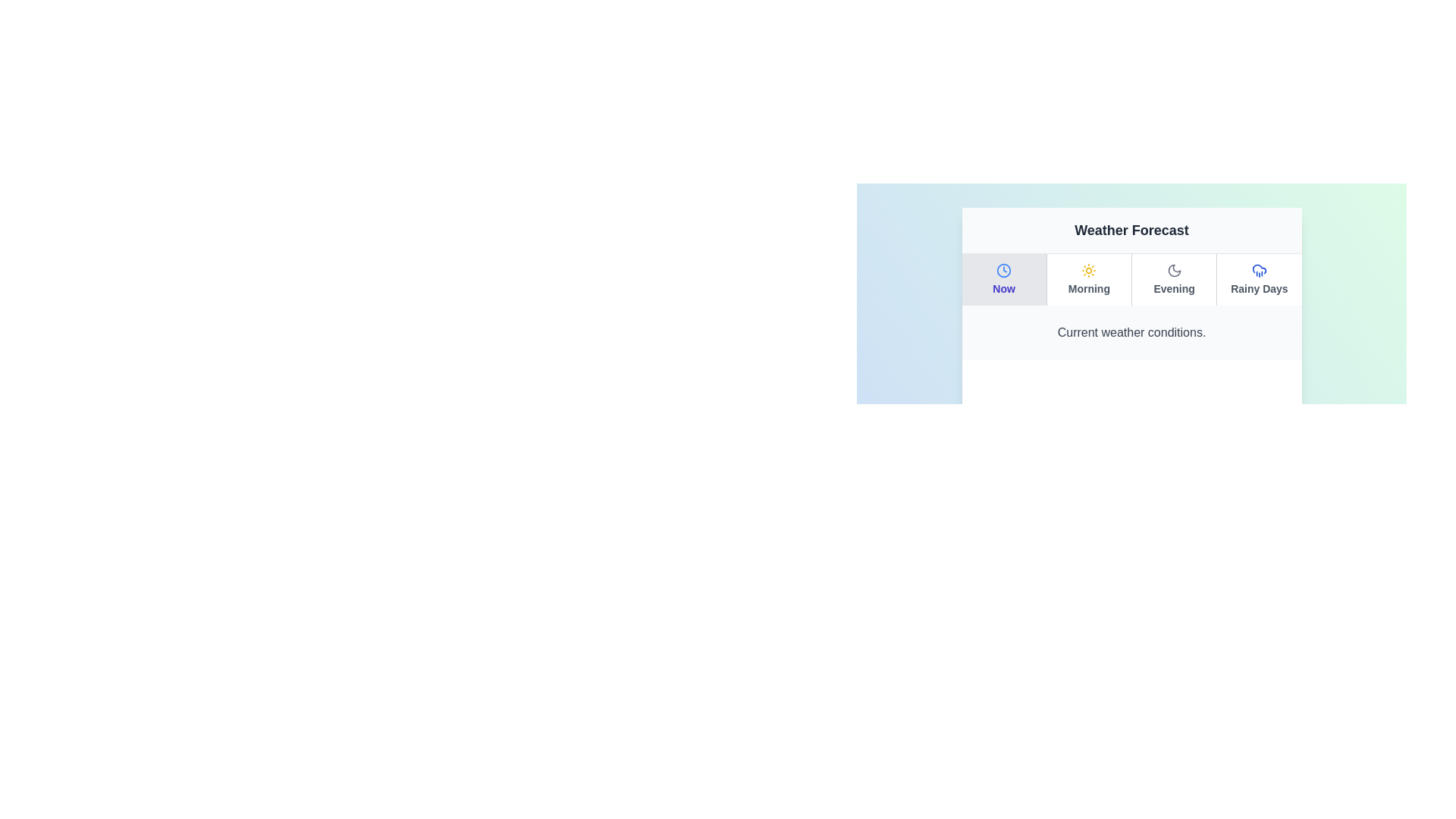 The height and width of the screenshot is (819, 1456). Describe the element at coordinates (1004, 270) in the screenshot. I see `the clock icon that visually represents the 'Now' label, positioned in the top-left section of the horizontally-aligned menu` at that location.